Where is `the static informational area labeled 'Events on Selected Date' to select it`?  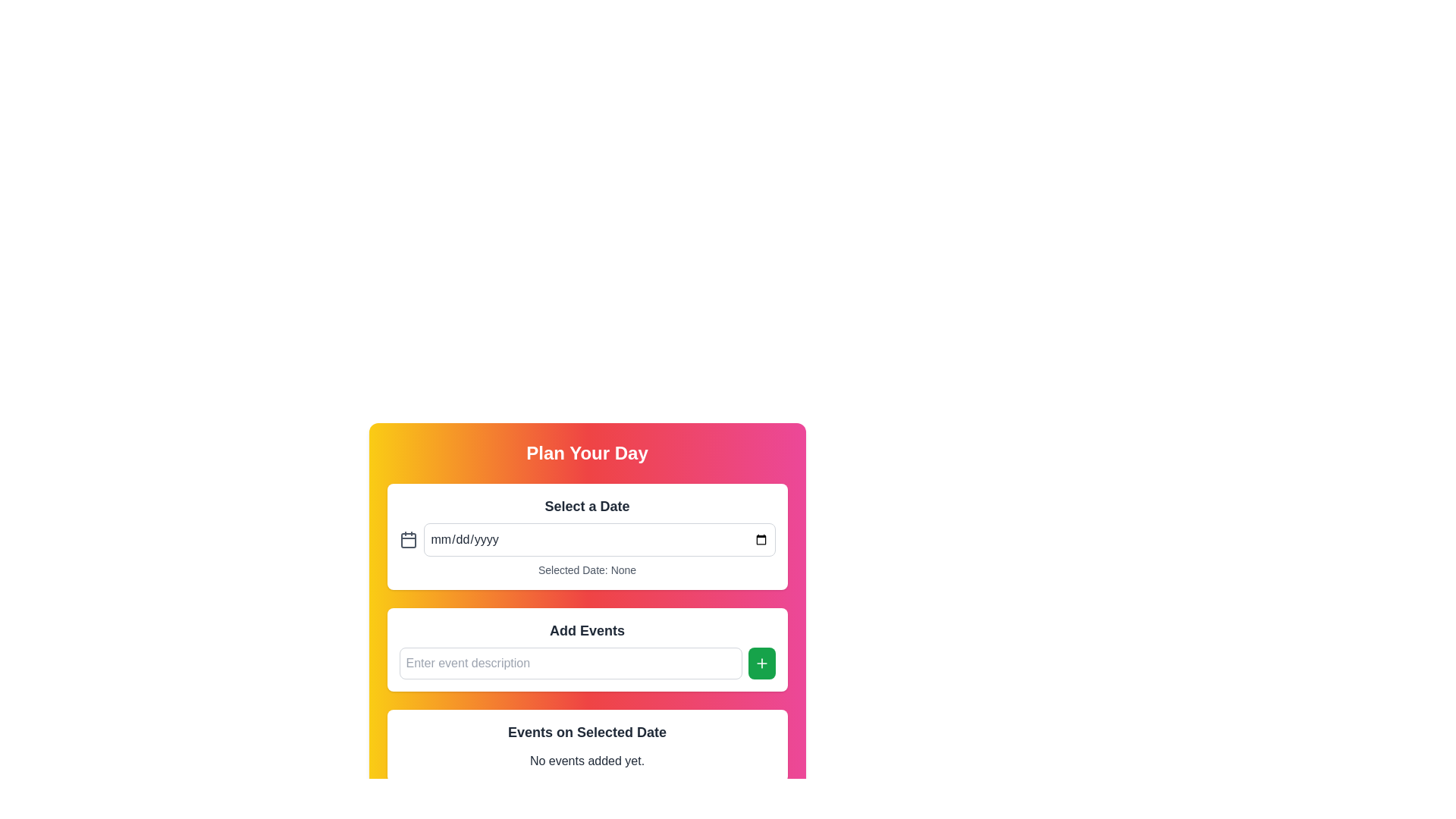
the static informational area labeled 'Events on Selected Date' to select it is located at coordinates (586, 745).